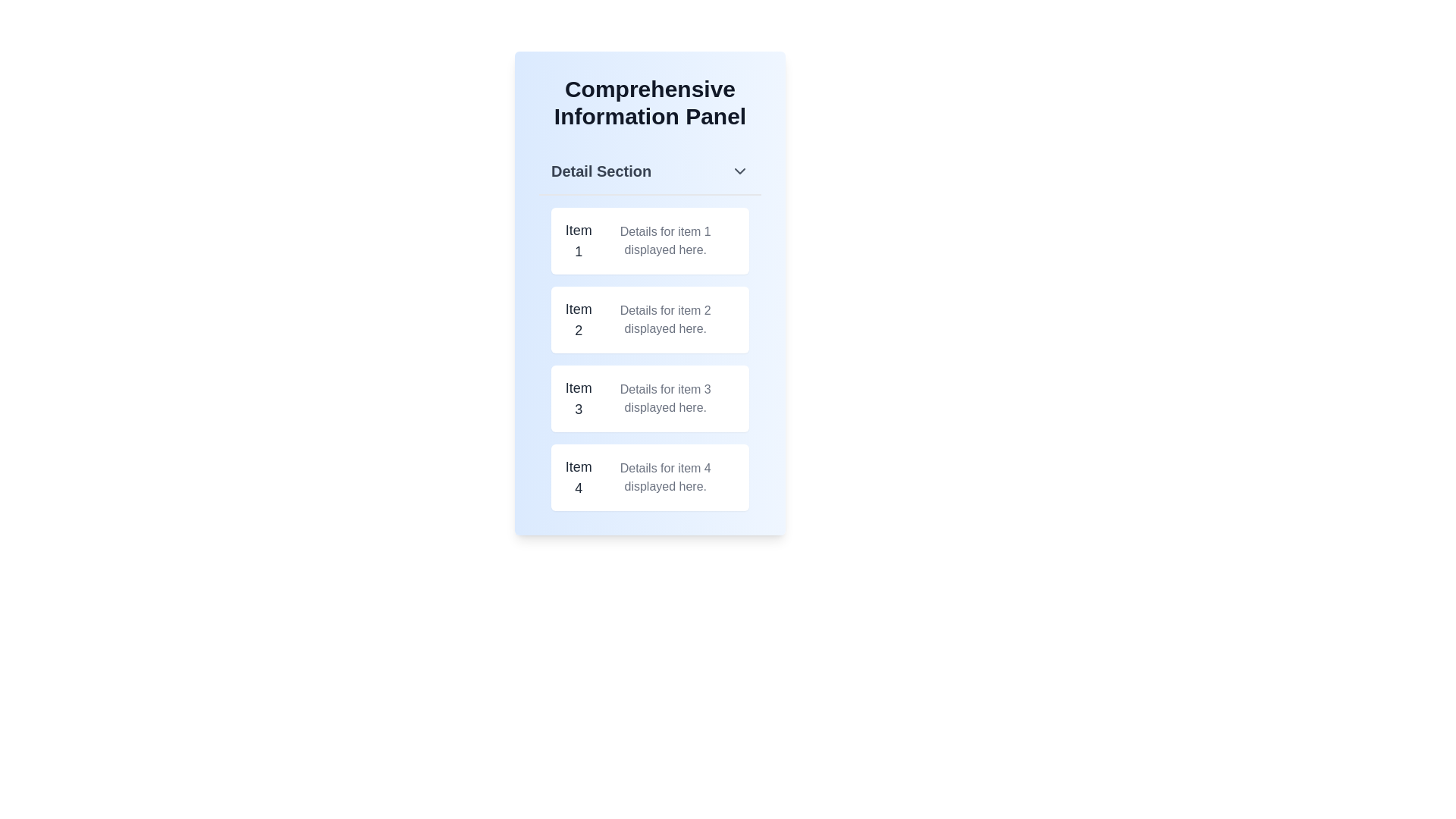  Describe the element at coordinates (665, 397) in the screenshot. I see `descriptive text located to the right of the title 'Item 3' in the third list item` at that location.